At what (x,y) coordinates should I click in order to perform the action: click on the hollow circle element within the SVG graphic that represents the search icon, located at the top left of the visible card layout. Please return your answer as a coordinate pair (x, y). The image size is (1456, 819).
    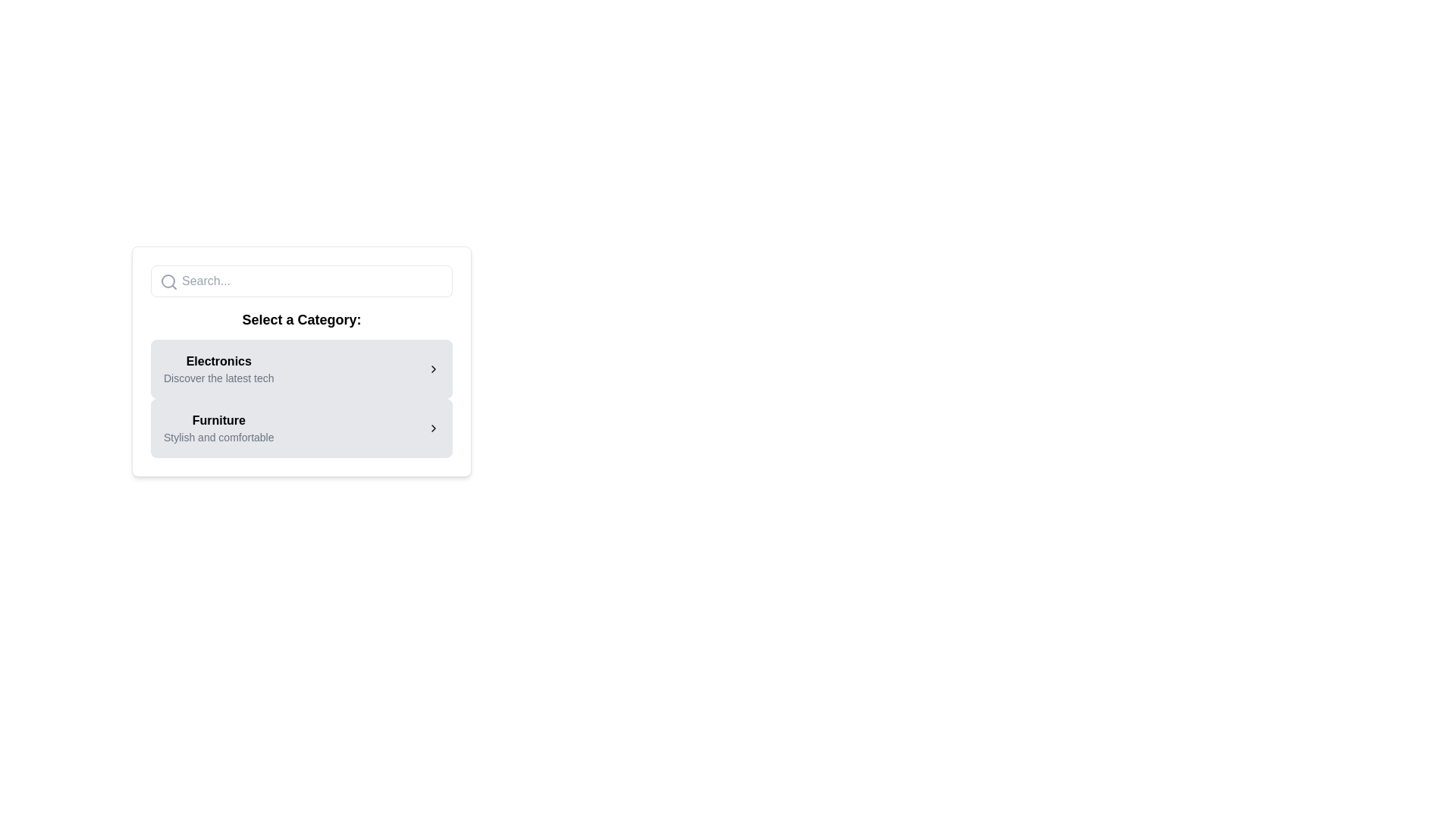
    Looking at the image, I should click on (168, 281).